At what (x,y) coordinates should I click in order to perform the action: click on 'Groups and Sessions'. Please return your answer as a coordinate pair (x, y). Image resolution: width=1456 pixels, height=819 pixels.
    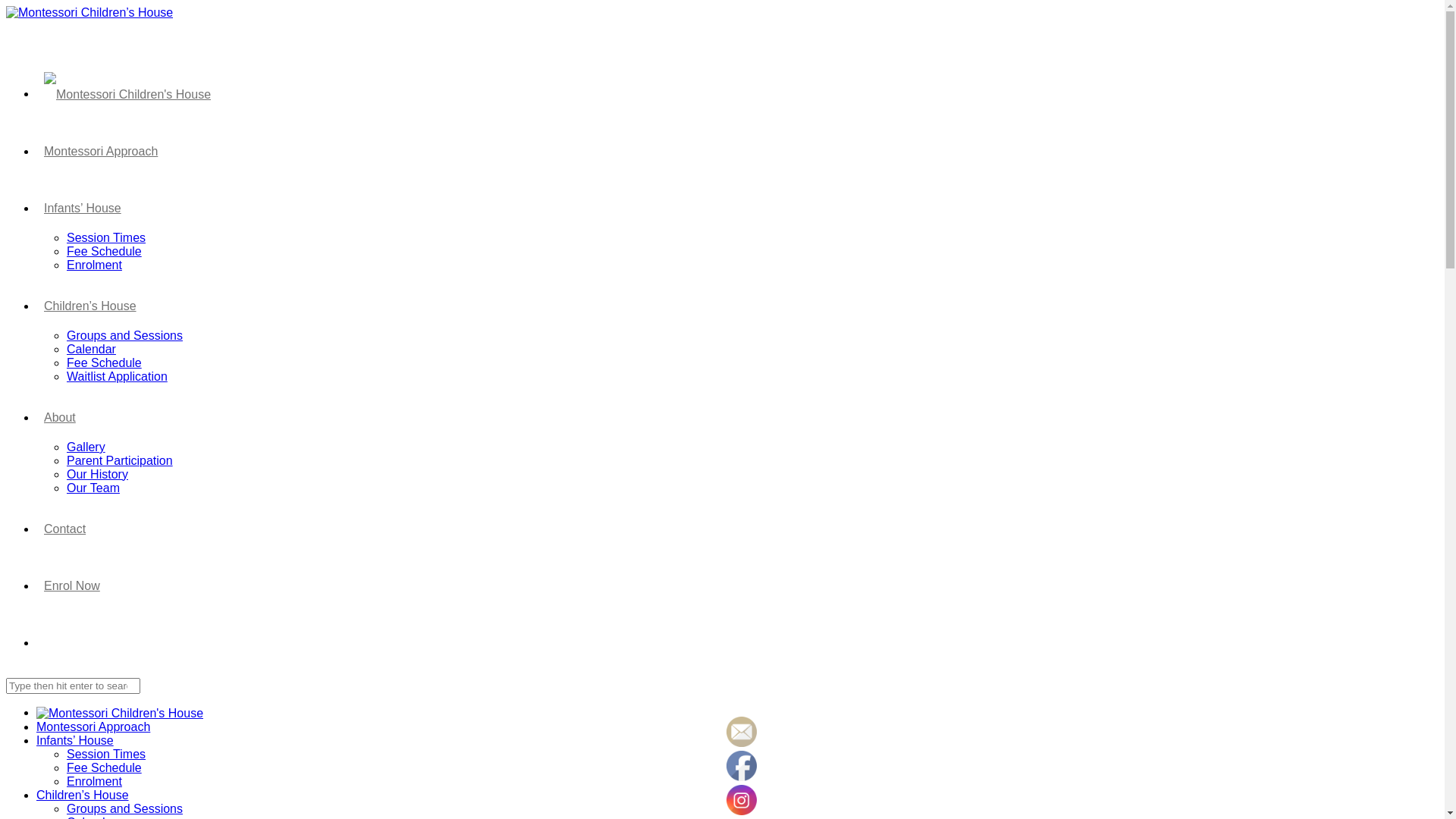
    Looking at the image, I should click on (124, 808).